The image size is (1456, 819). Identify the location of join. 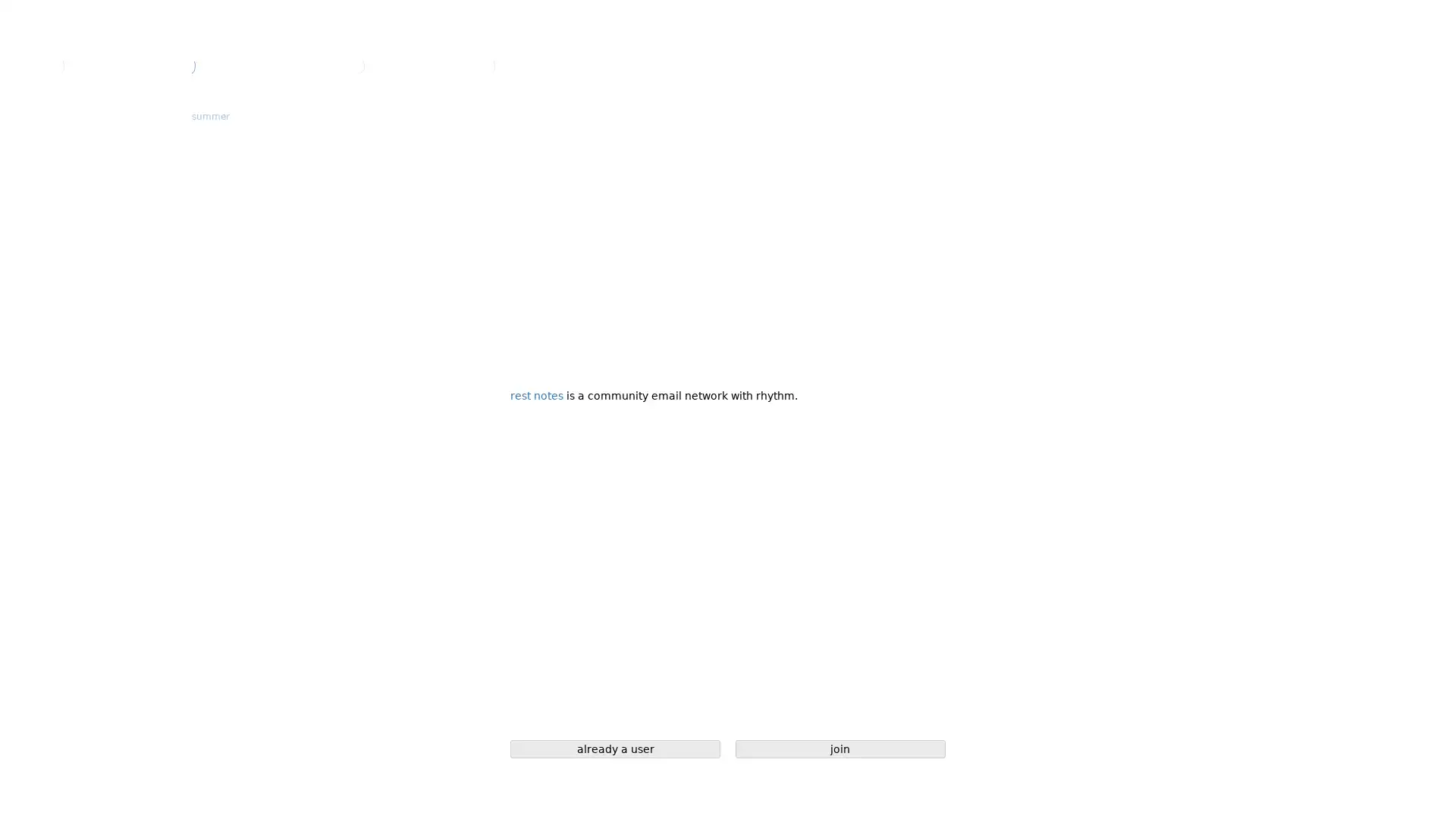
(839, 748).